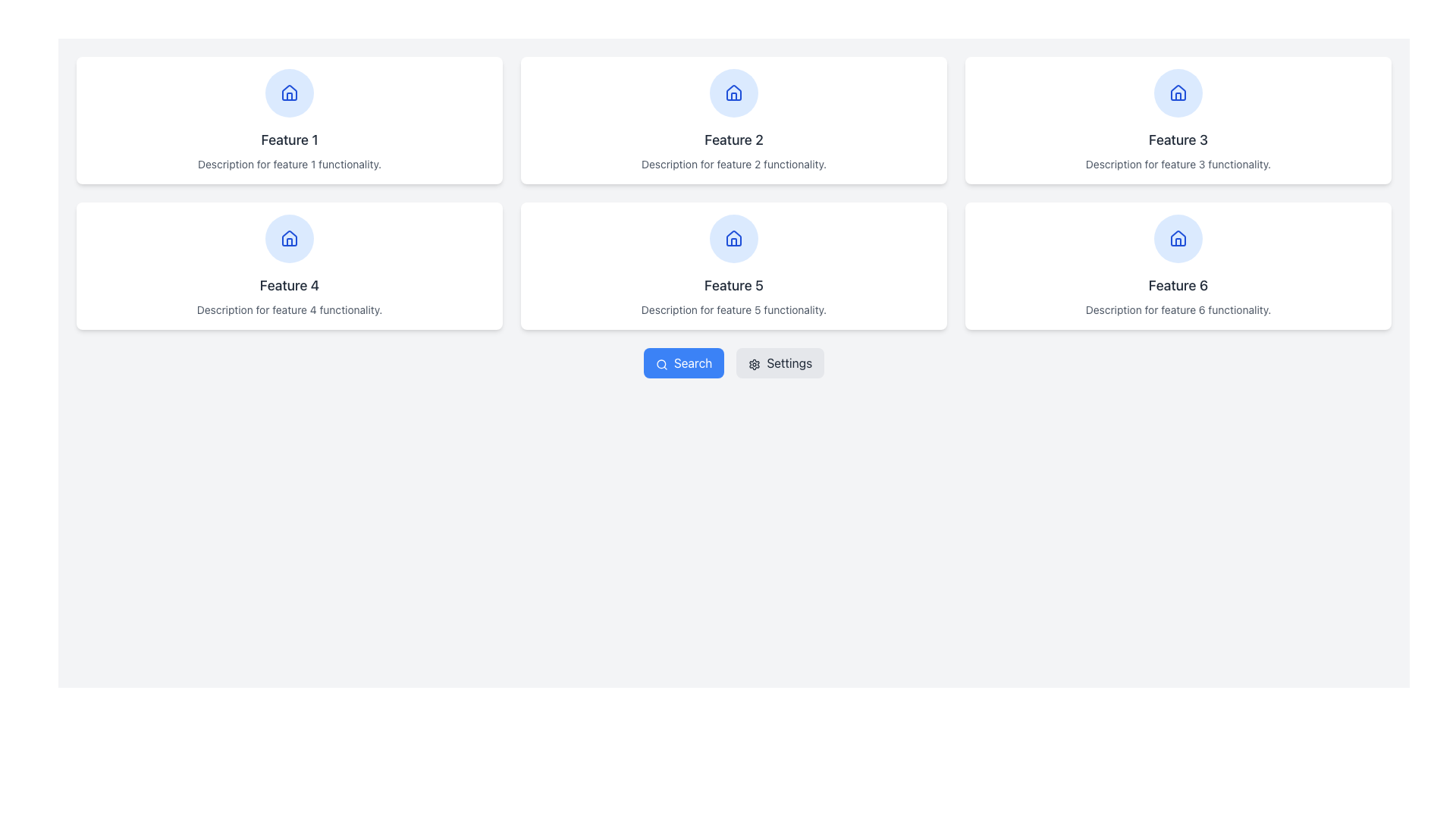 The width and height of the screenshot is (1456, 819). Describe the element at coordinates (734, 93) in the screenshot. I see `the 'Feature 2' icon located in the first row, second column of the grid layout, centered above the card's title text 'Feature 2'` at that location.